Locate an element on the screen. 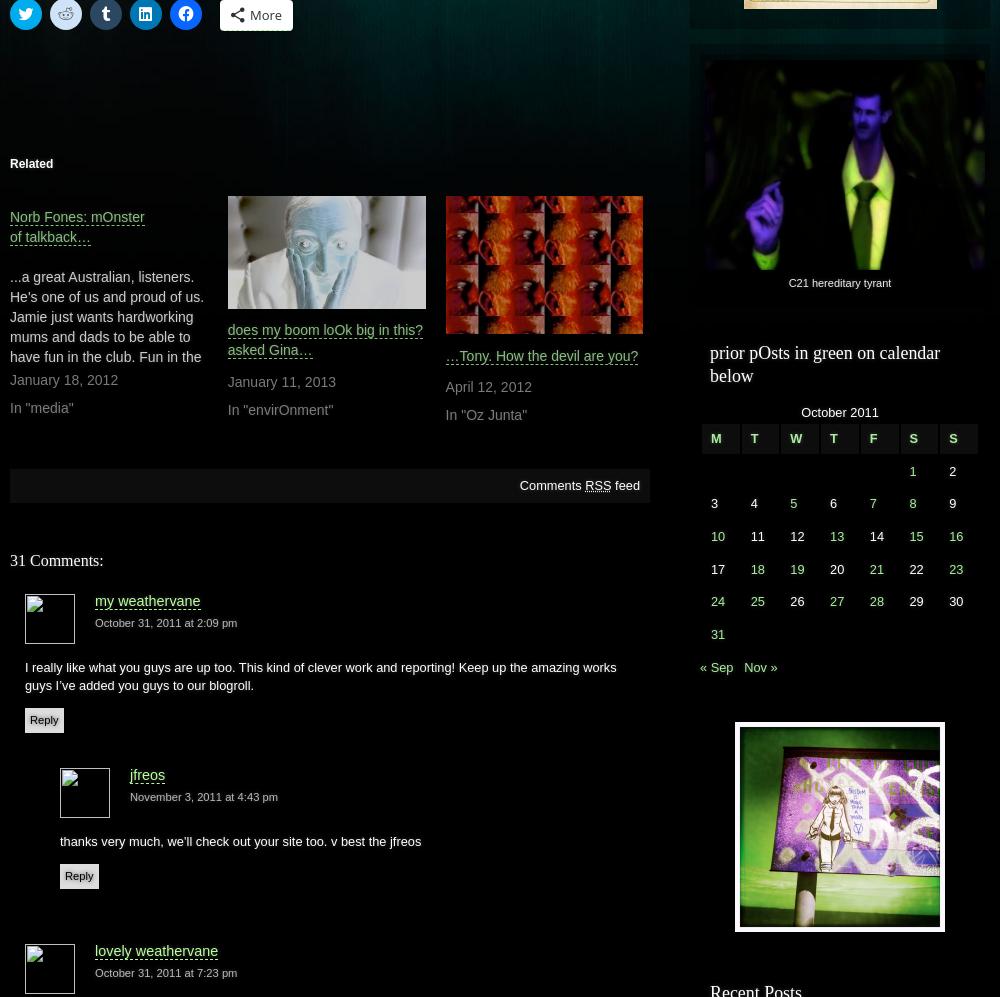 This screenshot has height=997, width=1000. '3' is located at coordinates (709, 502).